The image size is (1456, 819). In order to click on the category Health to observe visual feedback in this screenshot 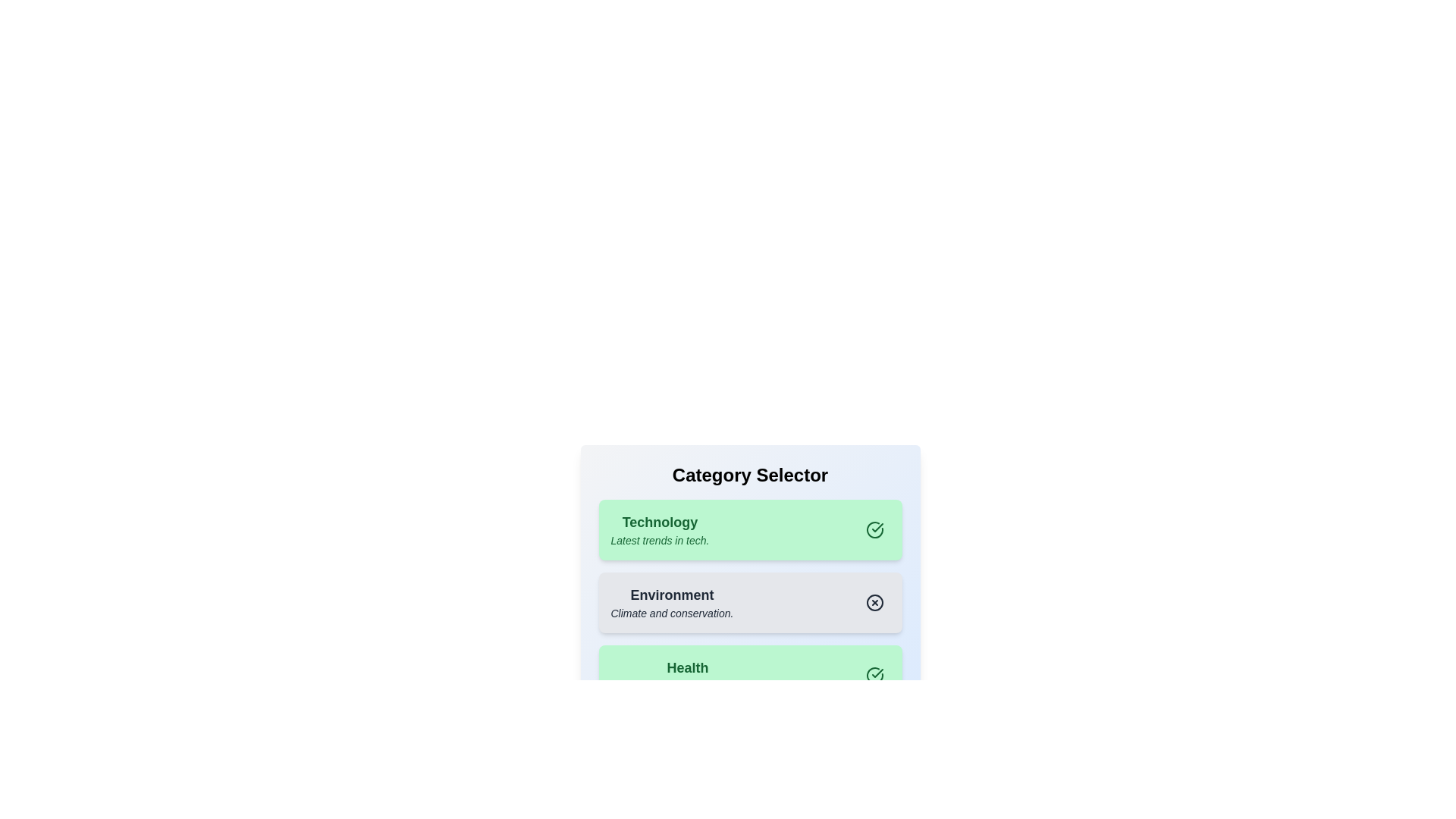, I will do `click(687, 675)`.